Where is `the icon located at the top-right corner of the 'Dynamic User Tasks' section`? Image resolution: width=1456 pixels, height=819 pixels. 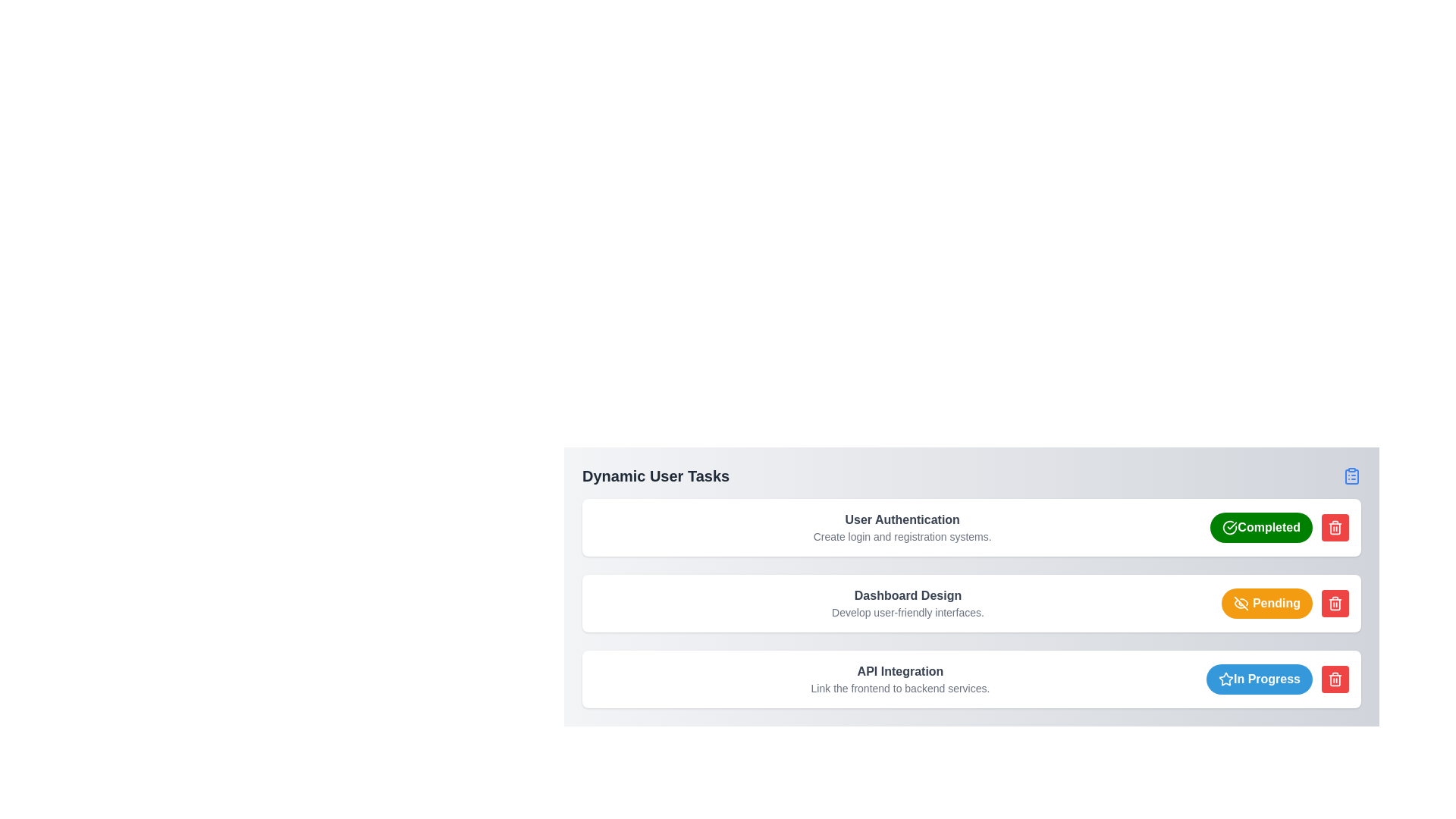
the icon located at the top-right corner of the 'Dynamic User Tasks' section is located at coordinates (1351, 475).